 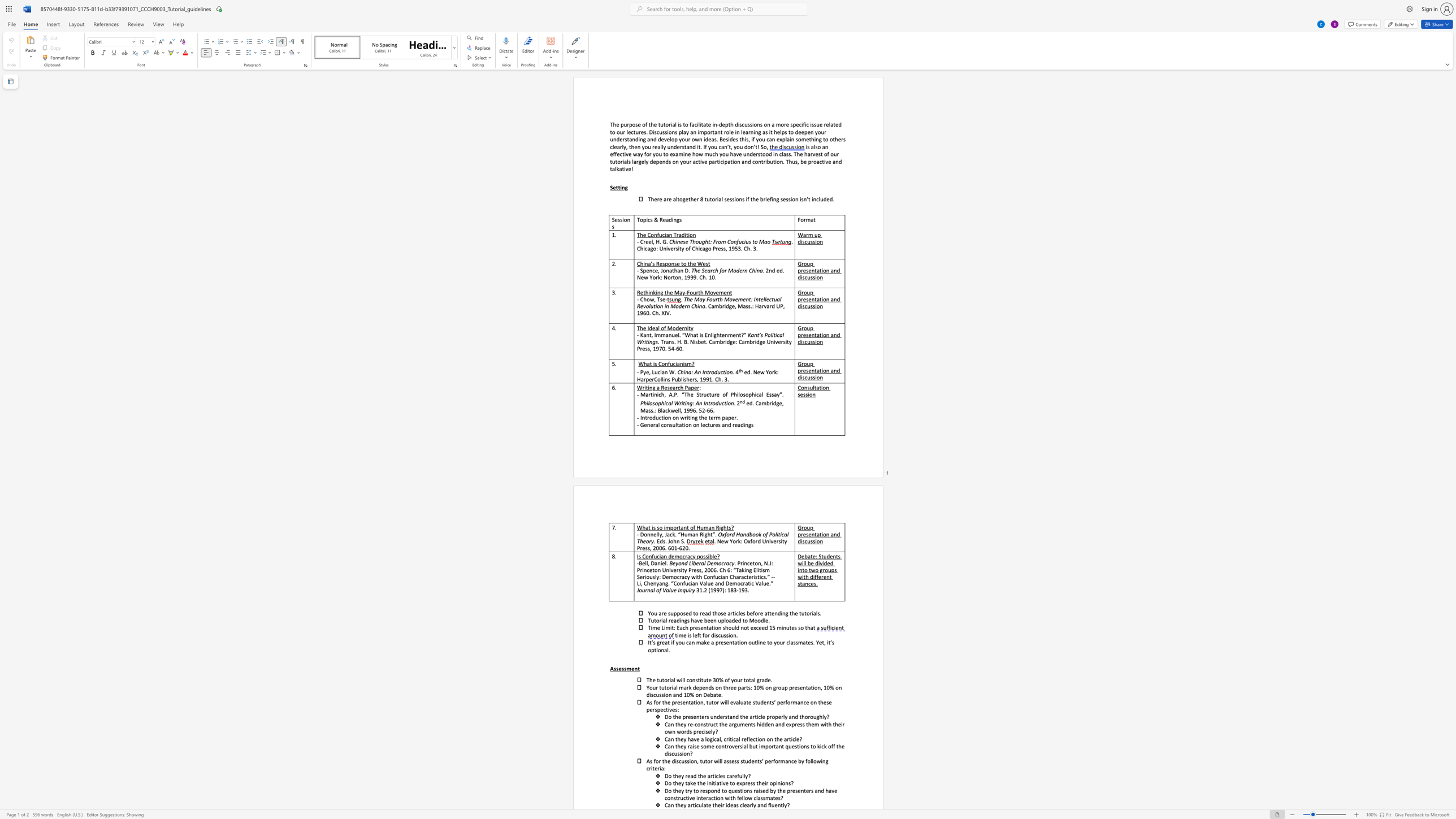 What do you see at coordinates (689, 199) in the screenshot?
I see `the 2th character "t" in the text` at bounding box center [689, 199].